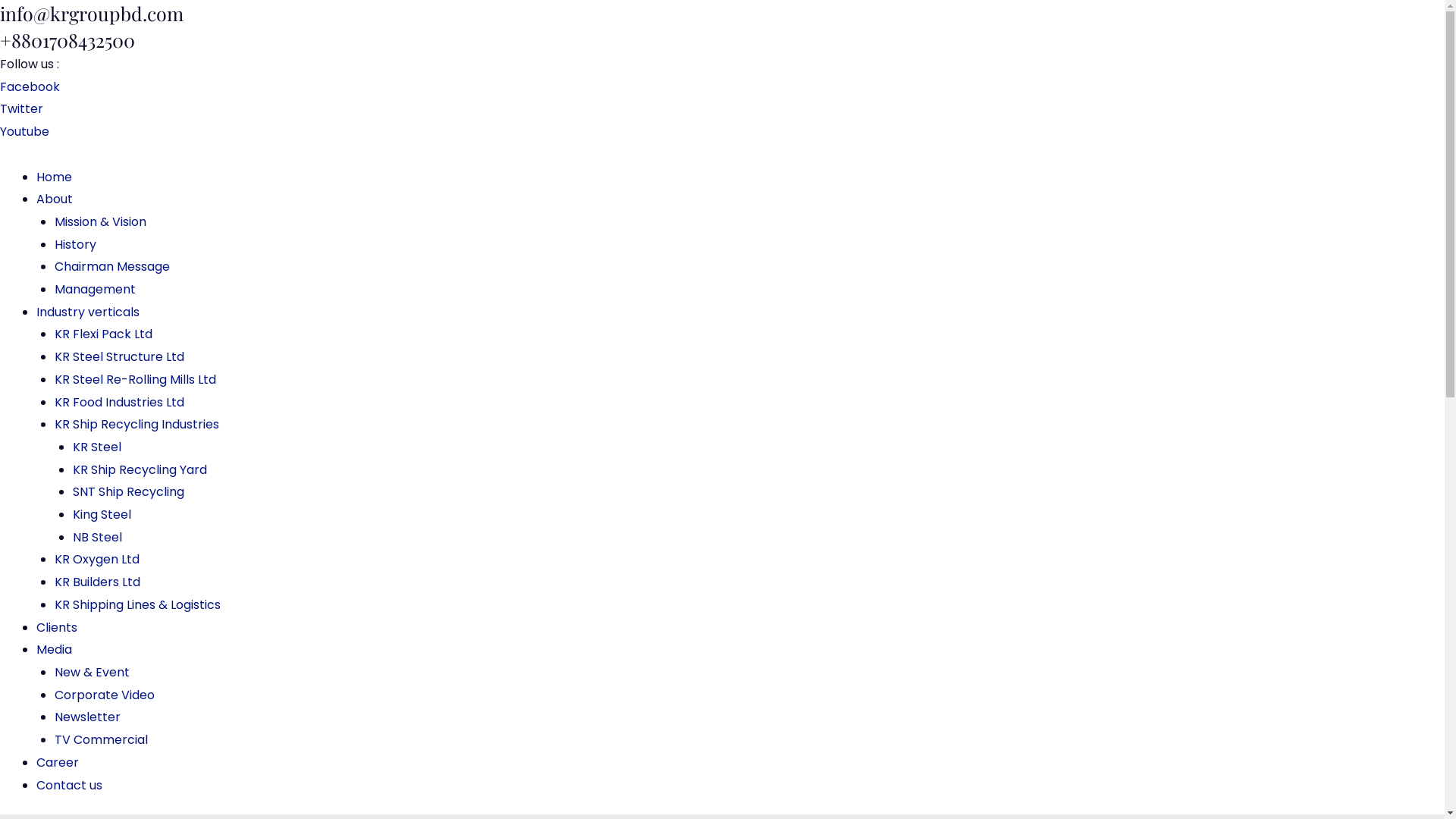 The width and height of the screenshot is (1456, 819). Describe the element at coordinates (55, 198) in the screenshot. I see `'About'` at that location.